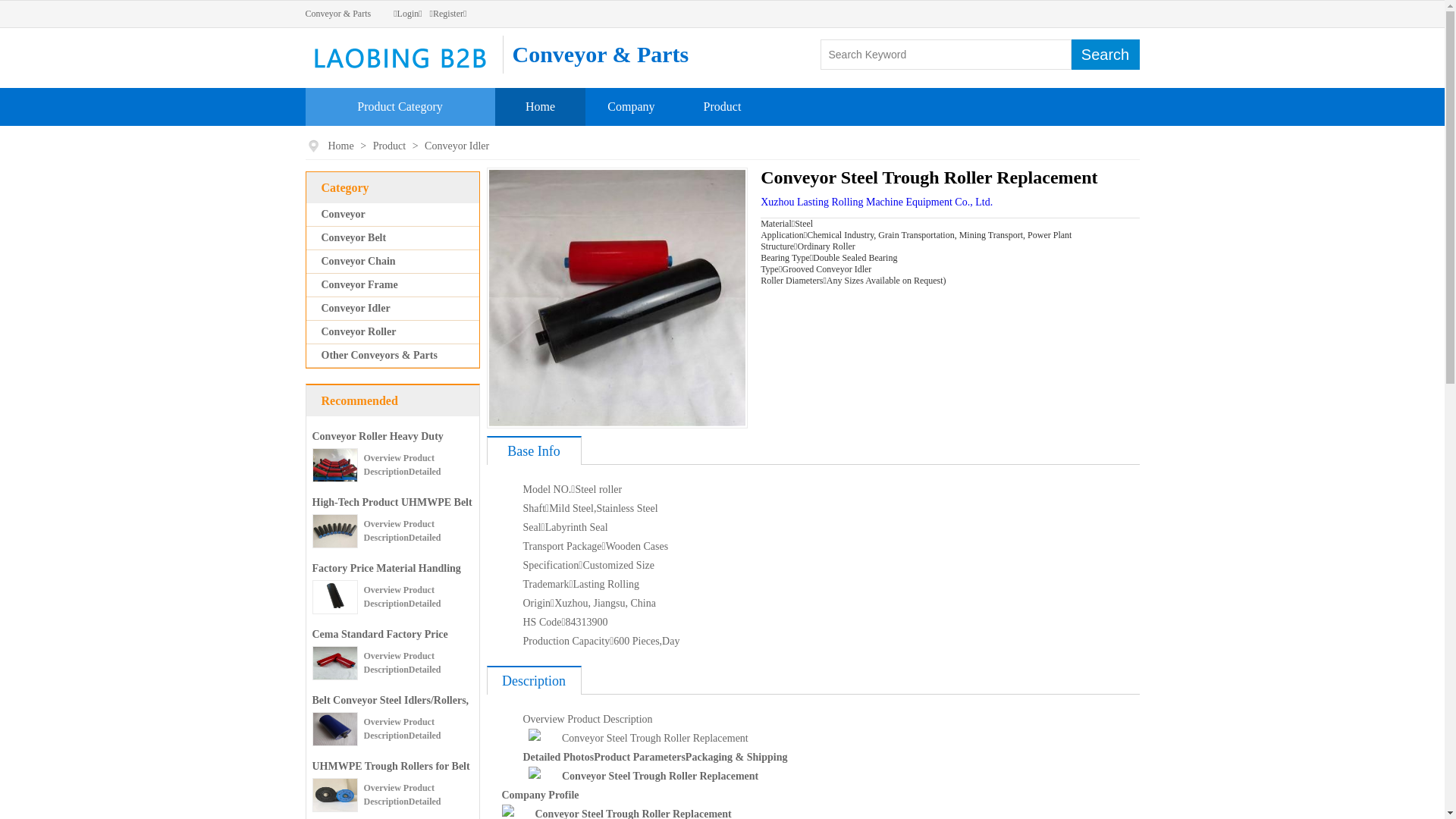  Describe the element at coordinates (320, 355) in the screenshot. I see `'Other Conveyors & Parts'` at that location.